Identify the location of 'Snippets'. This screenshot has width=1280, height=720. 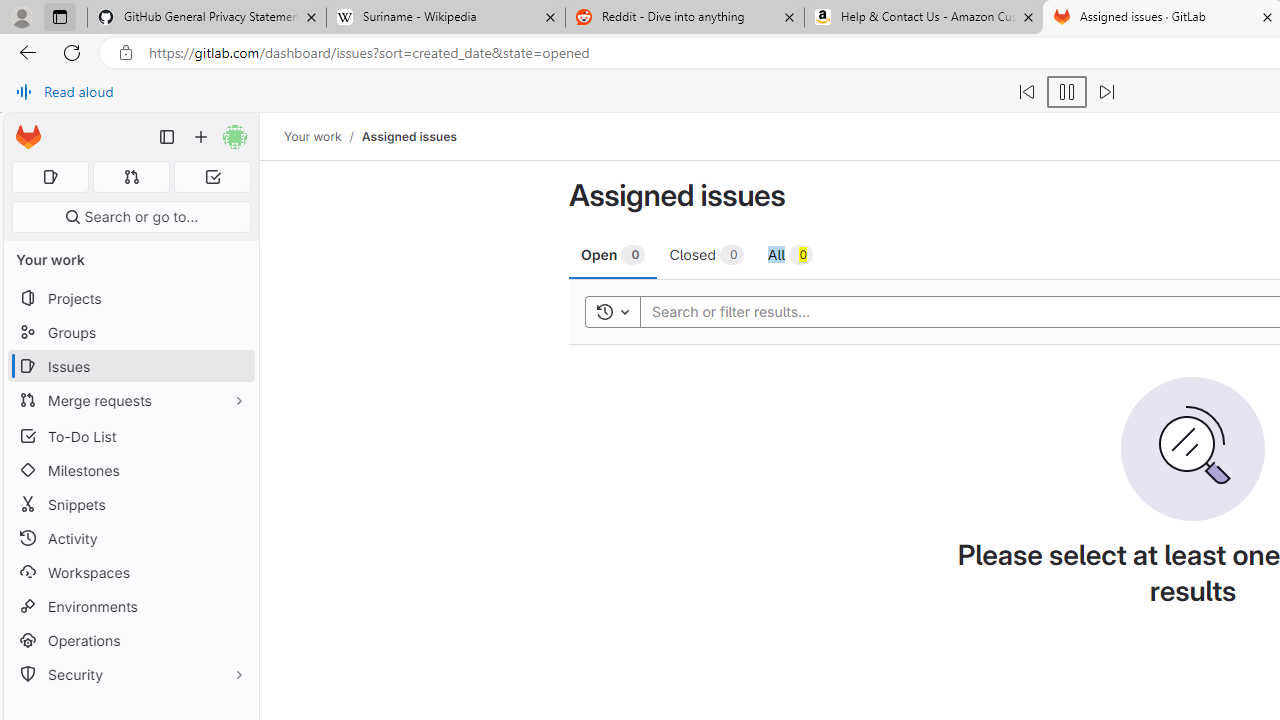
(130, 503).